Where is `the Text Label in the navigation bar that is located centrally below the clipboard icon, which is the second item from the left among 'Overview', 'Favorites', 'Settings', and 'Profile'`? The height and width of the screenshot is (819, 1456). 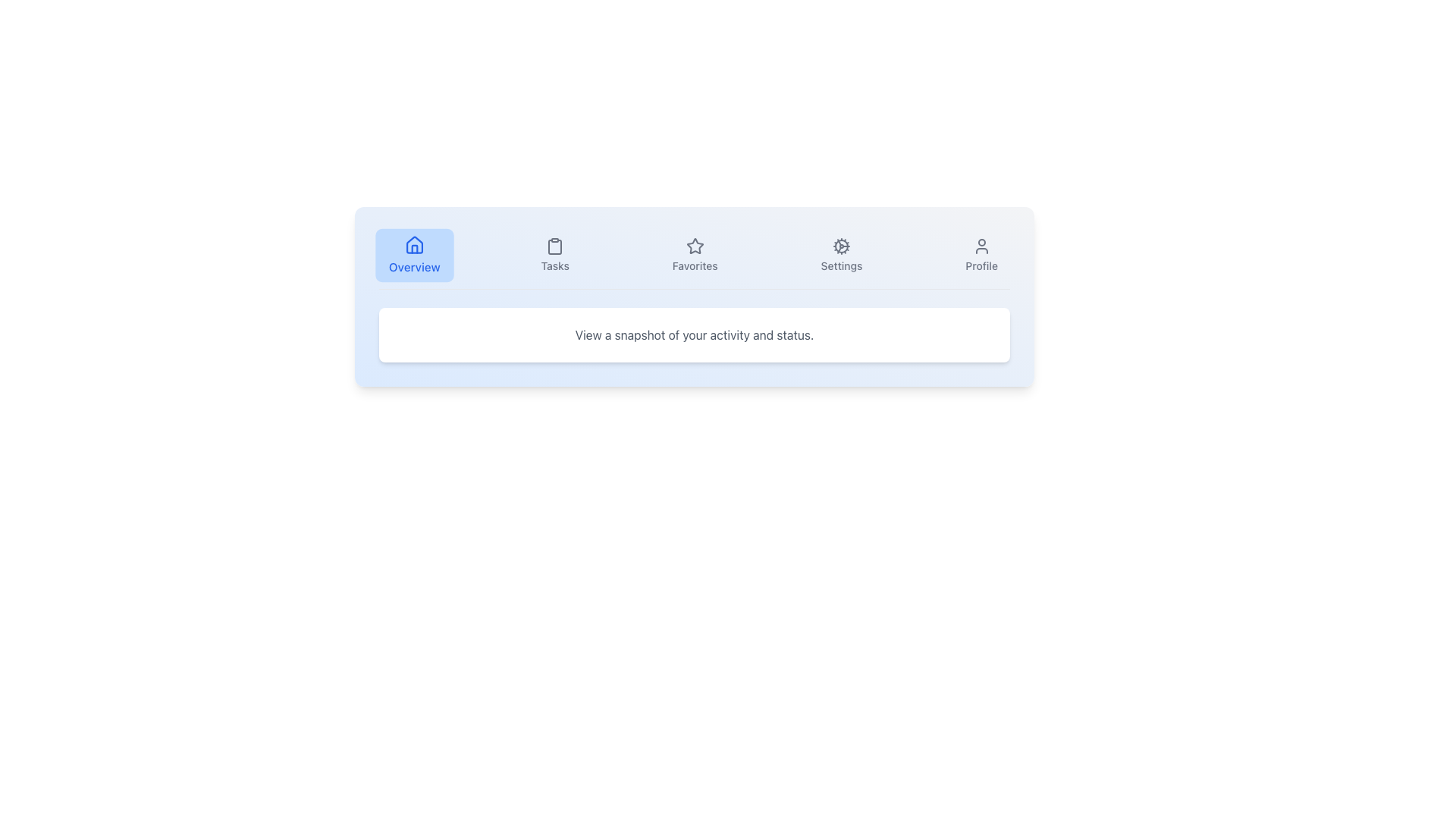
the Text Label in the navigation bar that is located centrally below the clipboard icon, which is the second item from the left among 'Overview', 'Favorites', 'Settings', and 'Profile' is located at coordinates (554, 265).